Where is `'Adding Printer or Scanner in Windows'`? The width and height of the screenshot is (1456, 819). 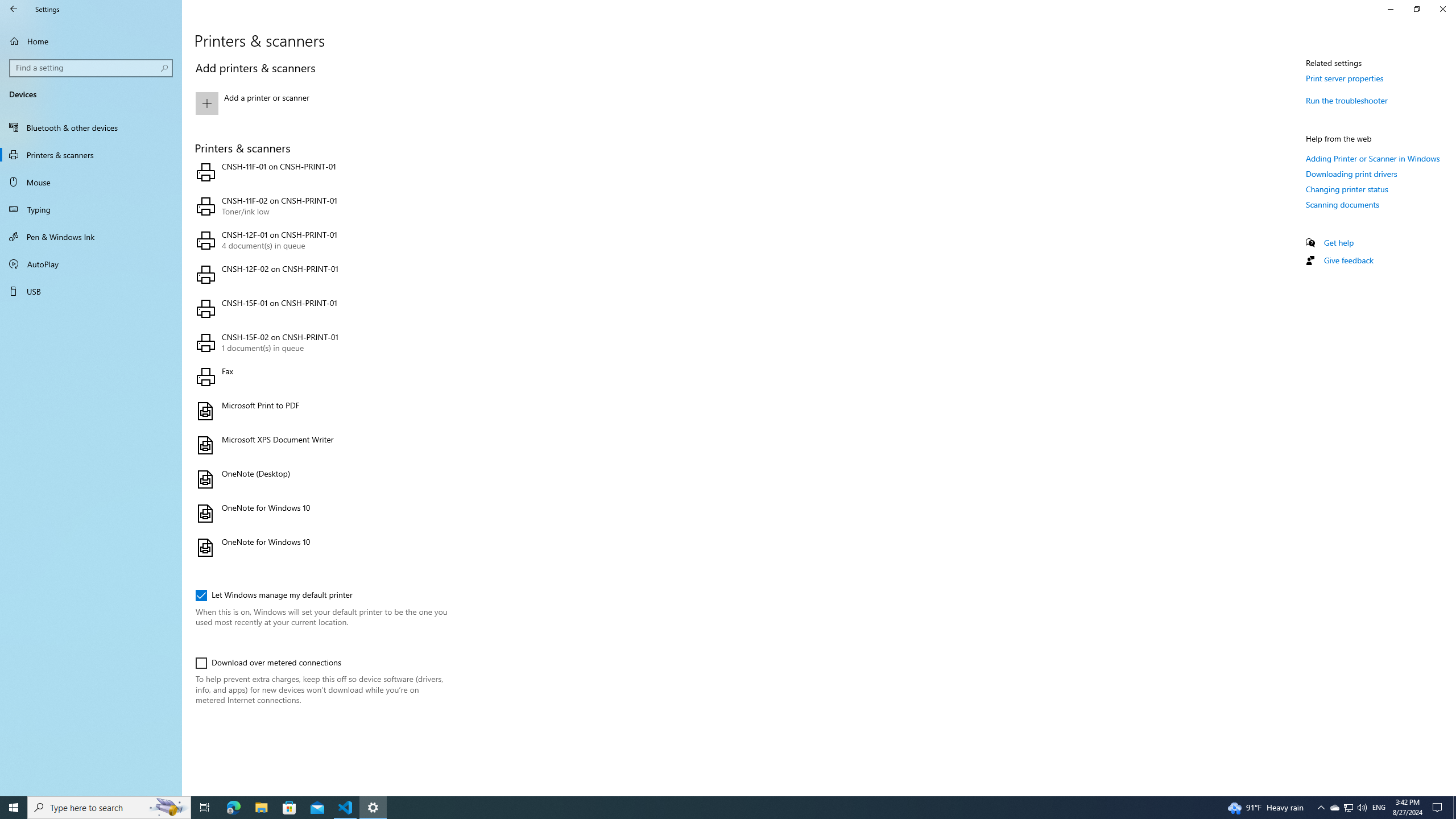 'Adding Printer or Scanner in Windows' is located at coordinates (1372, 158).